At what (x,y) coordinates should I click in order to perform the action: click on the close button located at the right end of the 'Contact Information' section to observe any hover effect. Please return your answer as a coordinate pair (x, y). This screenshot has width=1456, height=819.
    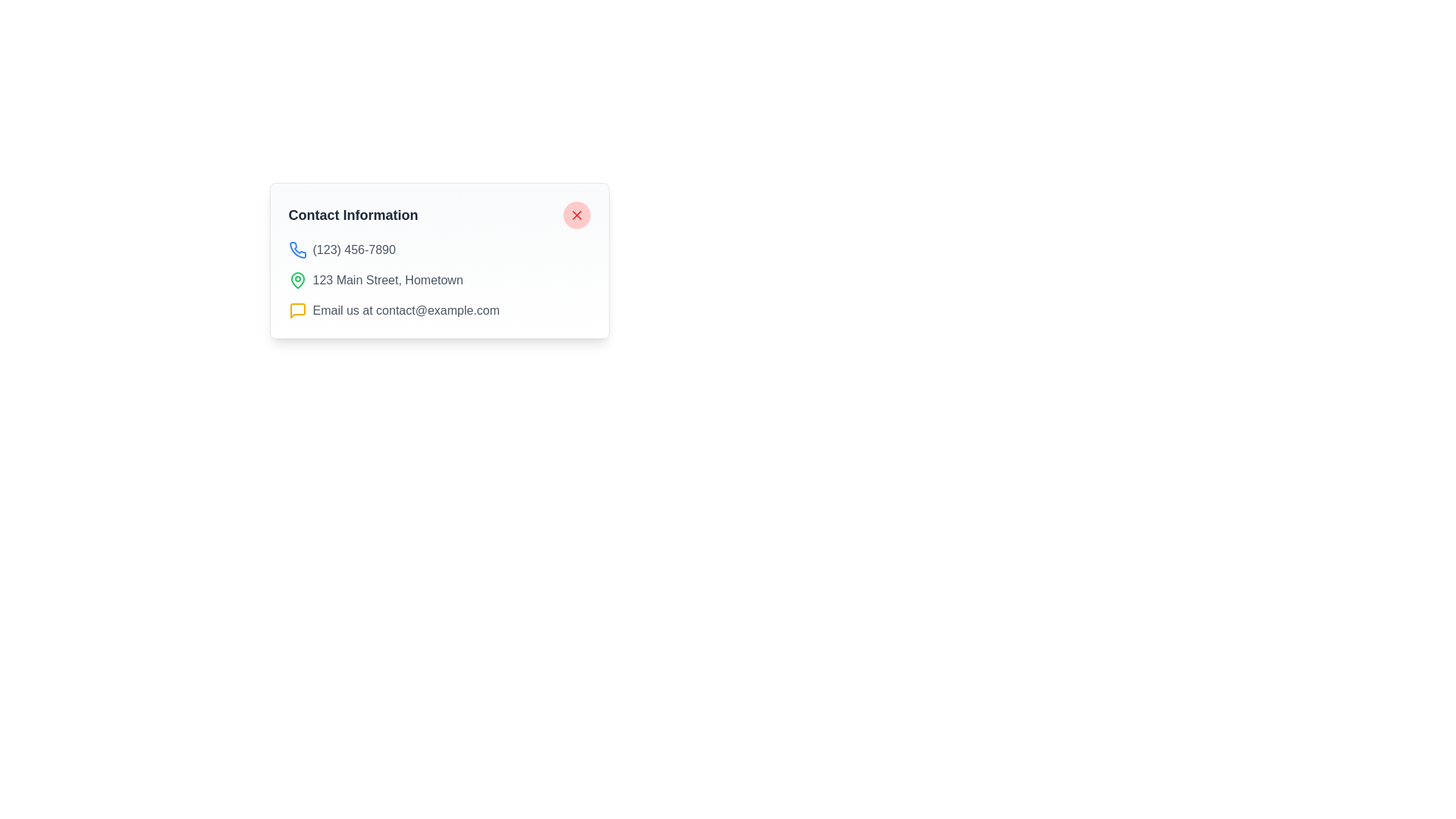
    Looking at the image, I should click on (576, 215).